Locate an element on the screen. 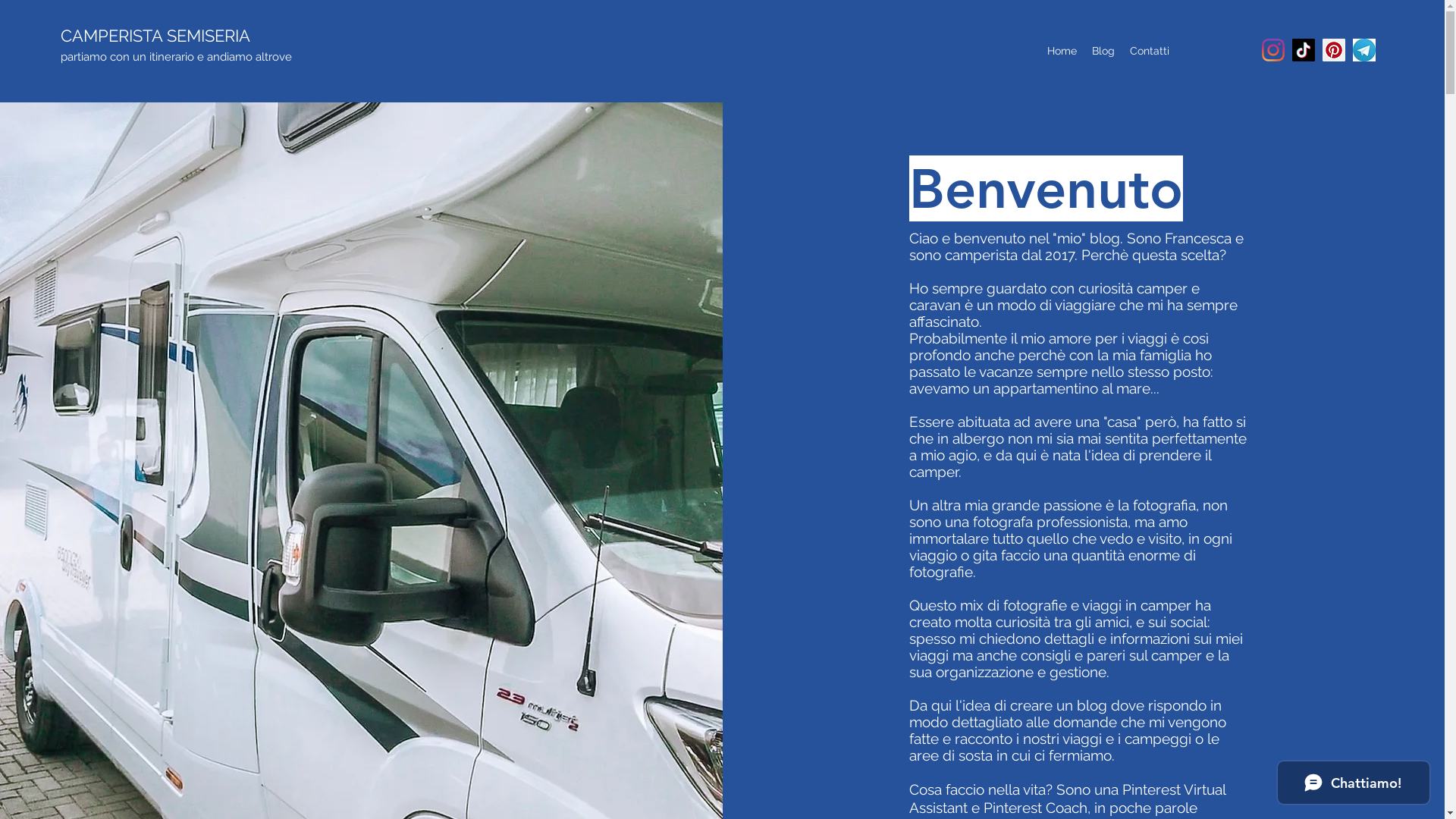 The image size is (1456, 819). 'Home' is located at coordinates (1061, 49).